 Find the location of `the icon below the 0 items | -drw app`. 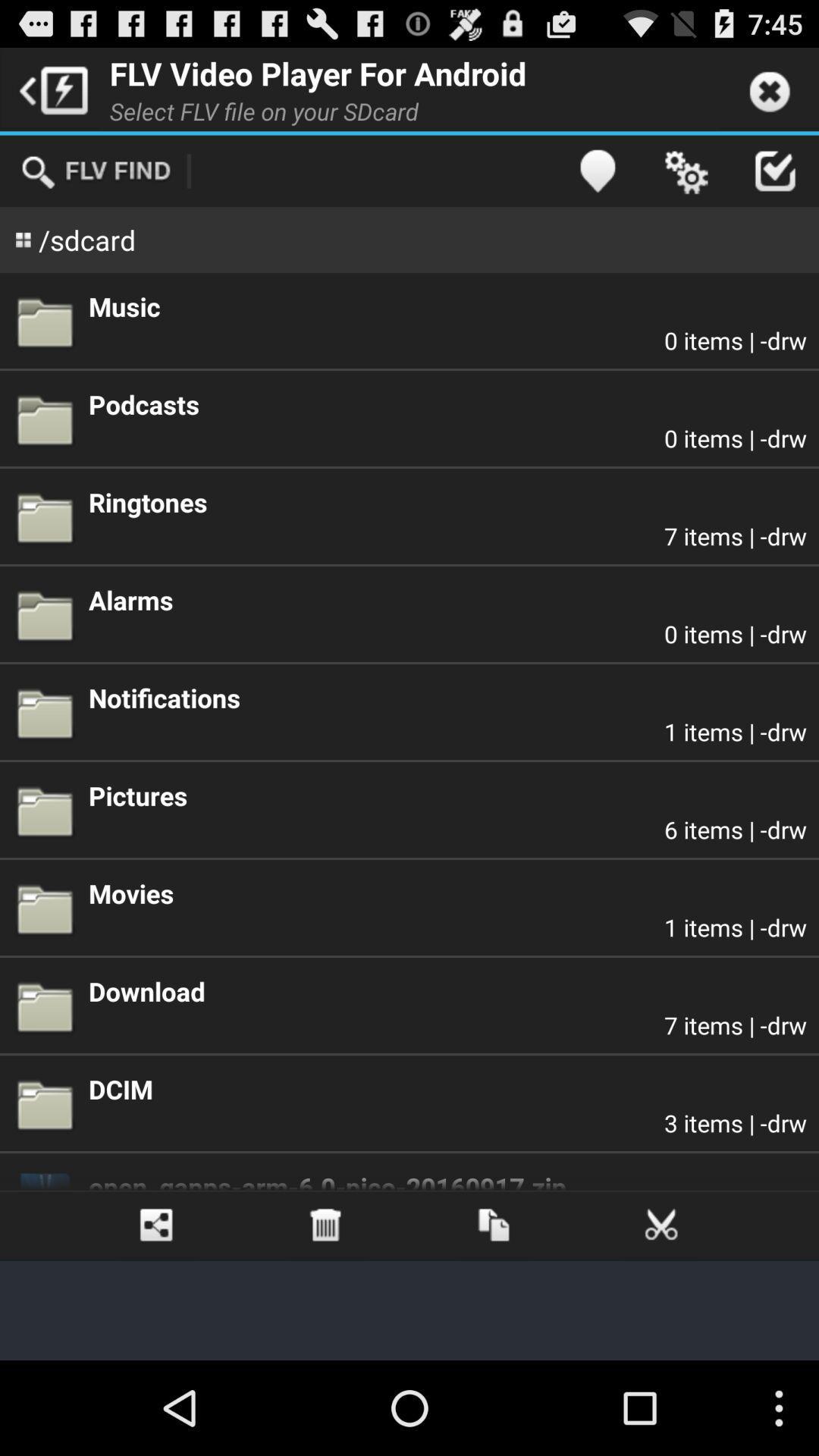

the icon below the 0 items | -drw app is located at coordinates (447, 502).